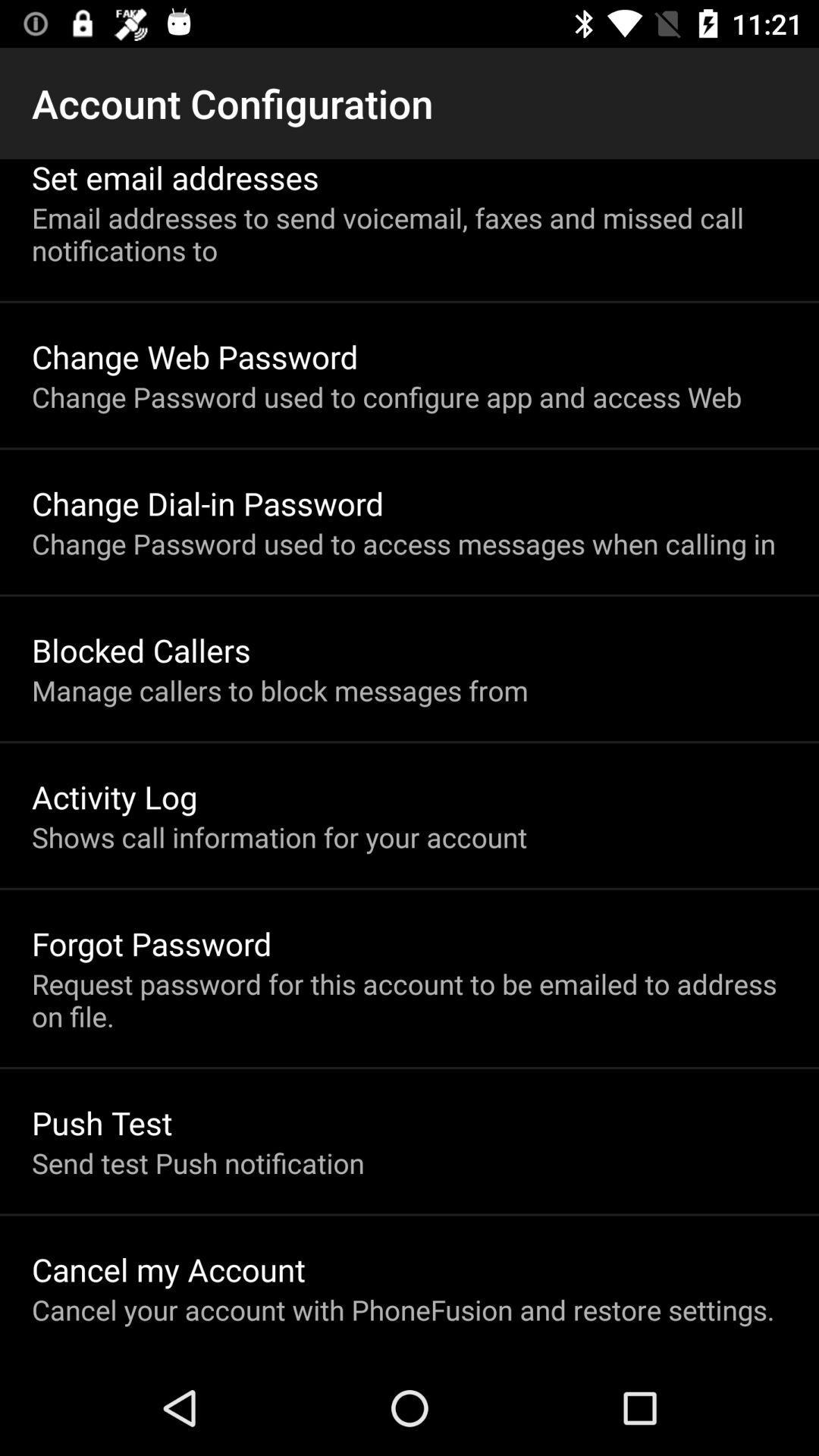 The width and height of the screenshot is (819, 1456). I want to click on app below the shows call information app, so click(152, 943).